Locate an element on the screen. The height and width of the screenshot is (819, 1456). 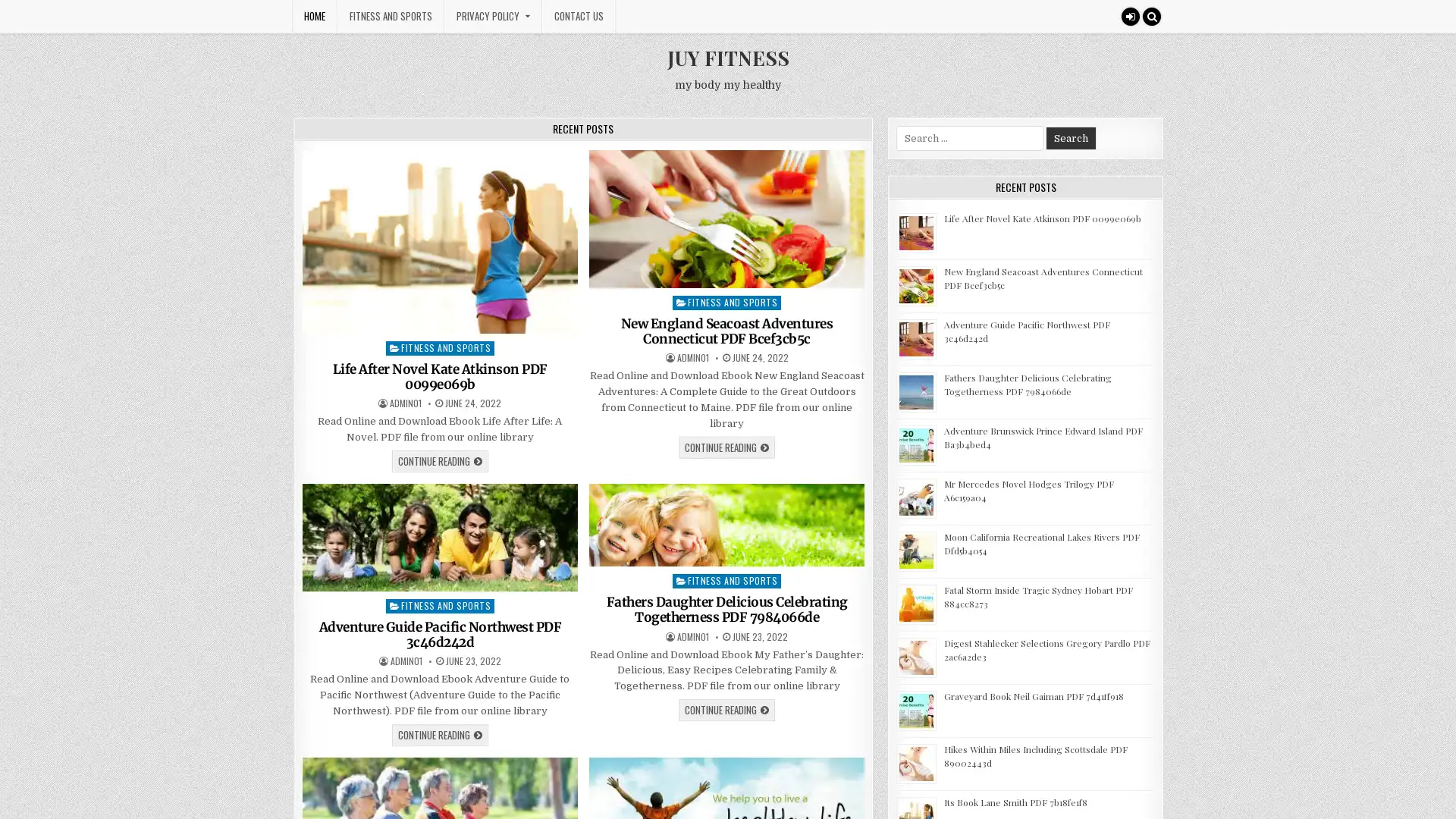
Search is located at coordinates (1070, 138).